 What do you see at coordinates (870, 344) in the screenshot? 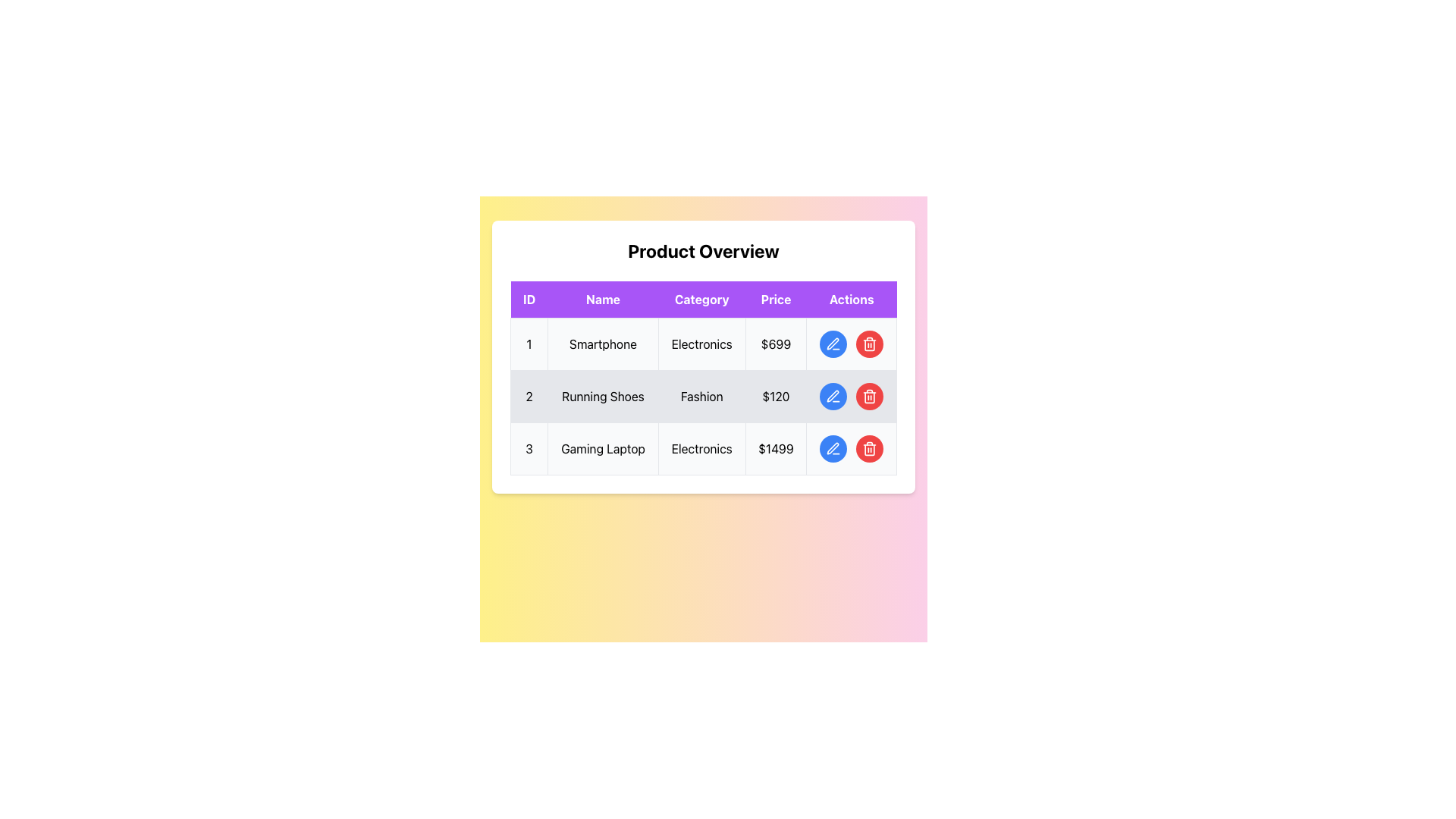
I see `the delete button located in the 'Actions' column of the first row in the table` at bounding box center [870, 344].